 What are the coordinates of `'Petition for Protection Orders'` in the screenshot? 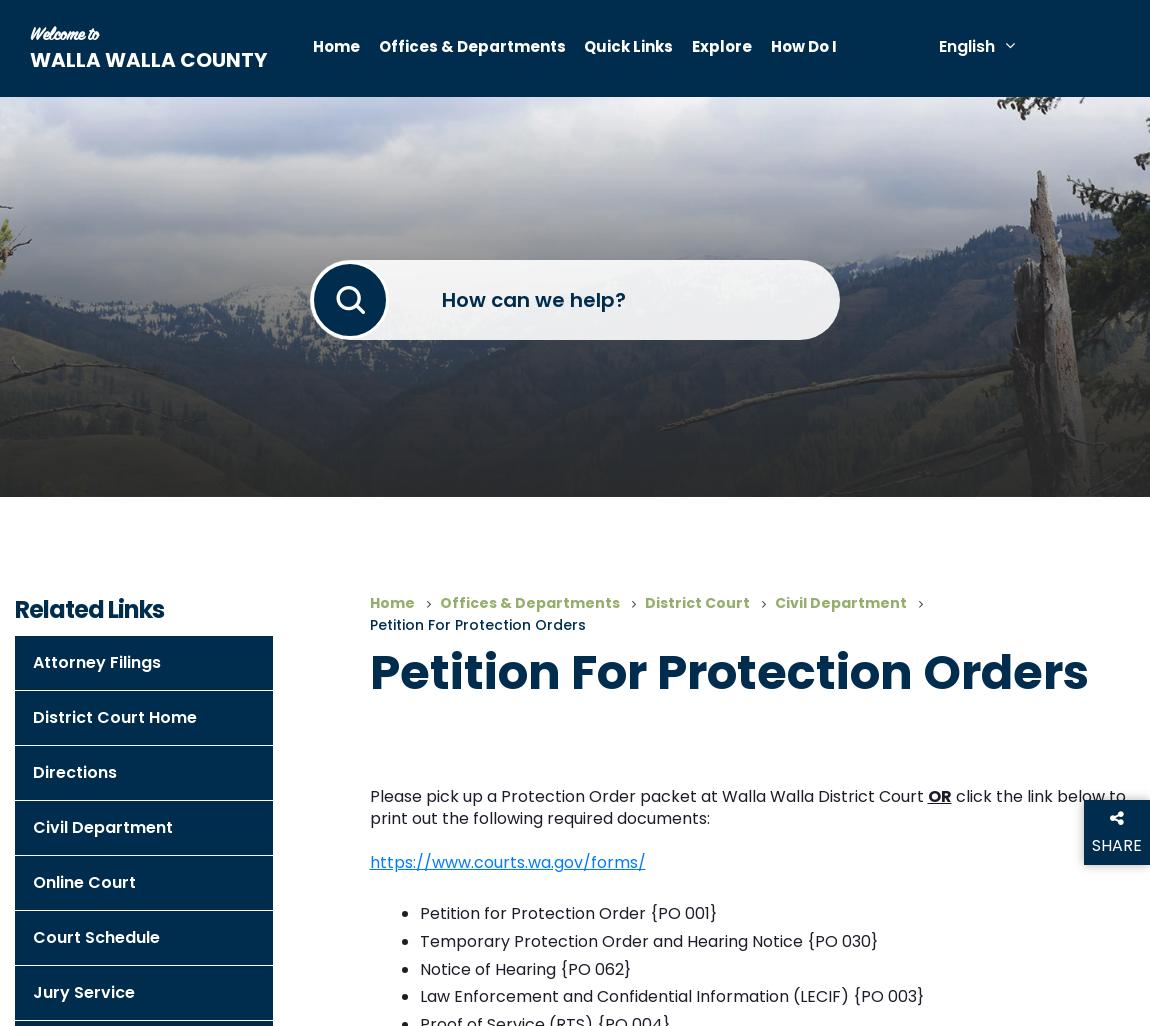 It's located at (477, 624).